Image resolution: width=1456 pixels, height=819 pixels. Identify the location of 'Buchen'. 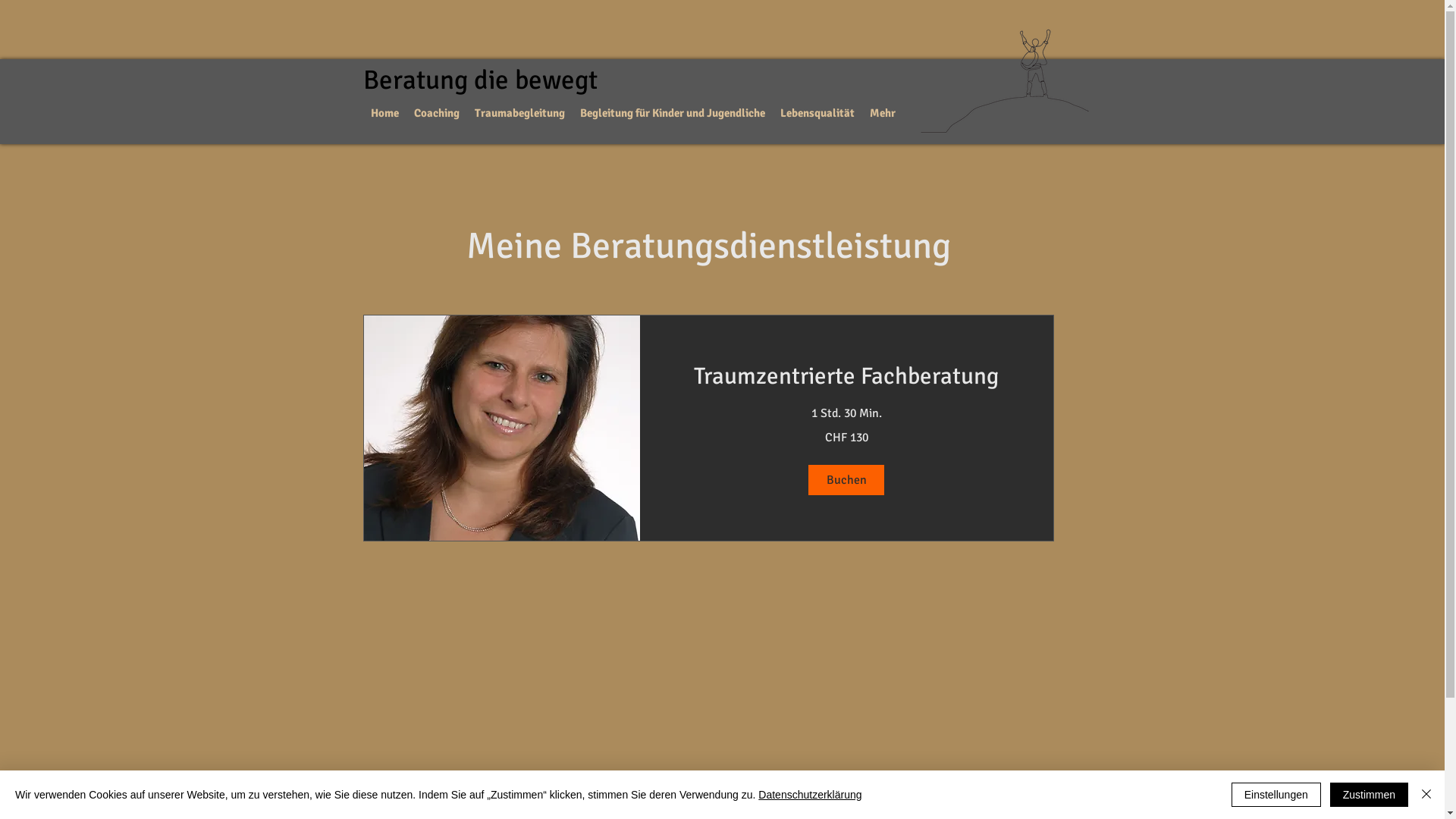
(846, 479).